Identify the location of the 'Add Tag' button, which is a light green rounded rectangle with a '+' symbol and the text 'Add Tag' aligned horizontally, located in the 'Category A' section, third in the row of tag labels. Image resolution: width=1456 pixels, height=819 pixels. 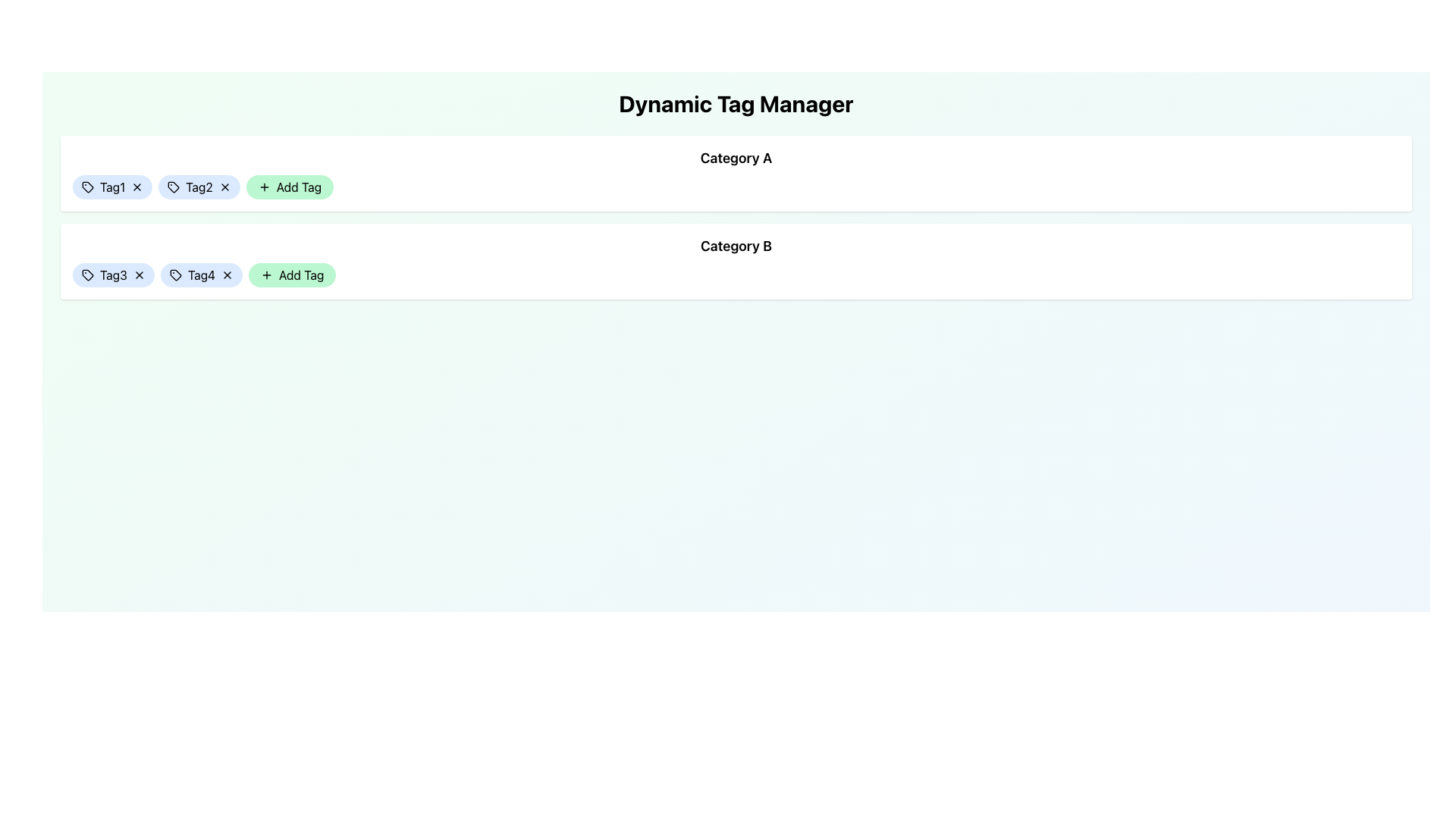
(290, 186).